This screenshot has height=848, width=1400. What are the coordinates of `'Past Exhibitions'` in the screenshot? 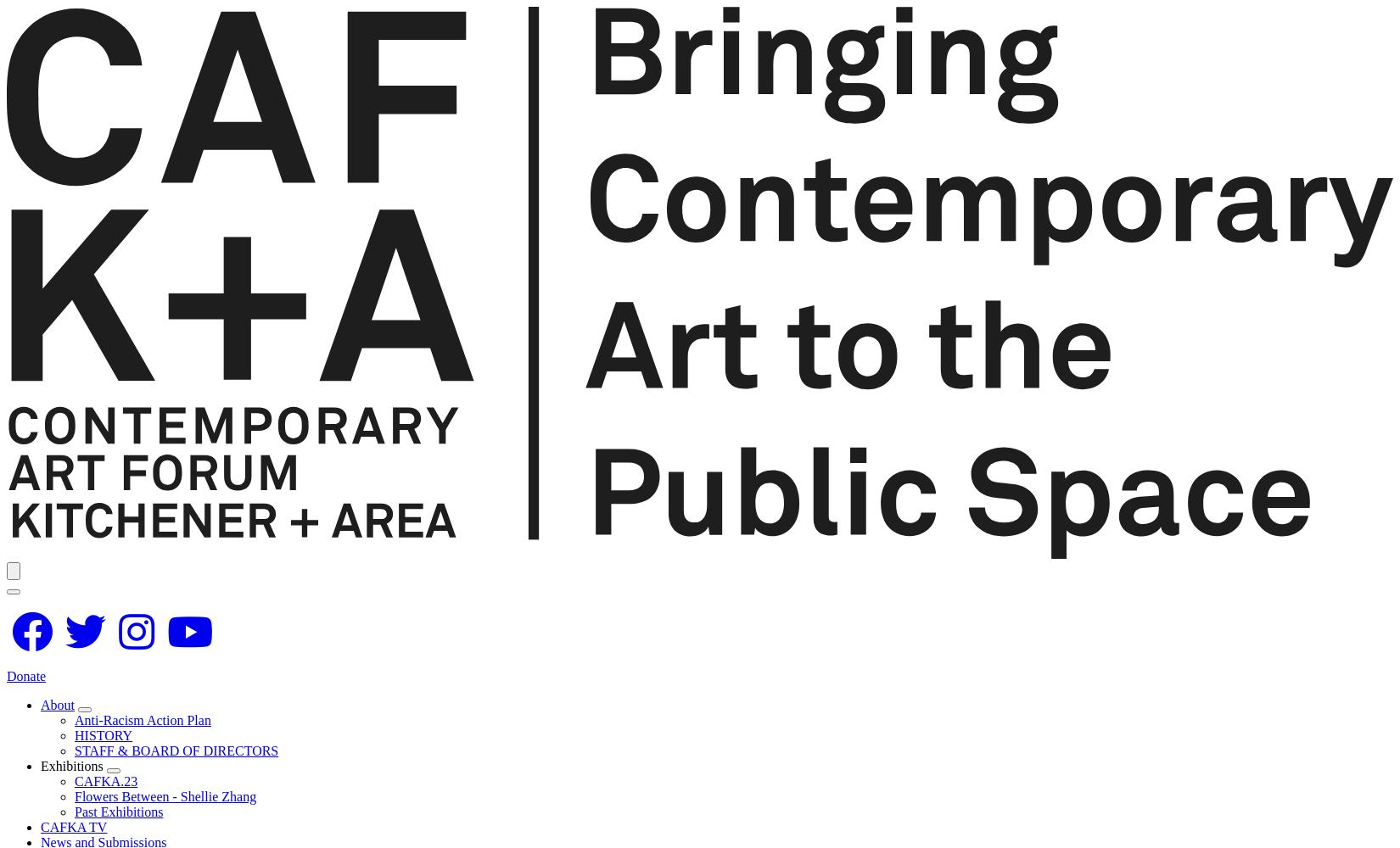 It's located at (118, 810).